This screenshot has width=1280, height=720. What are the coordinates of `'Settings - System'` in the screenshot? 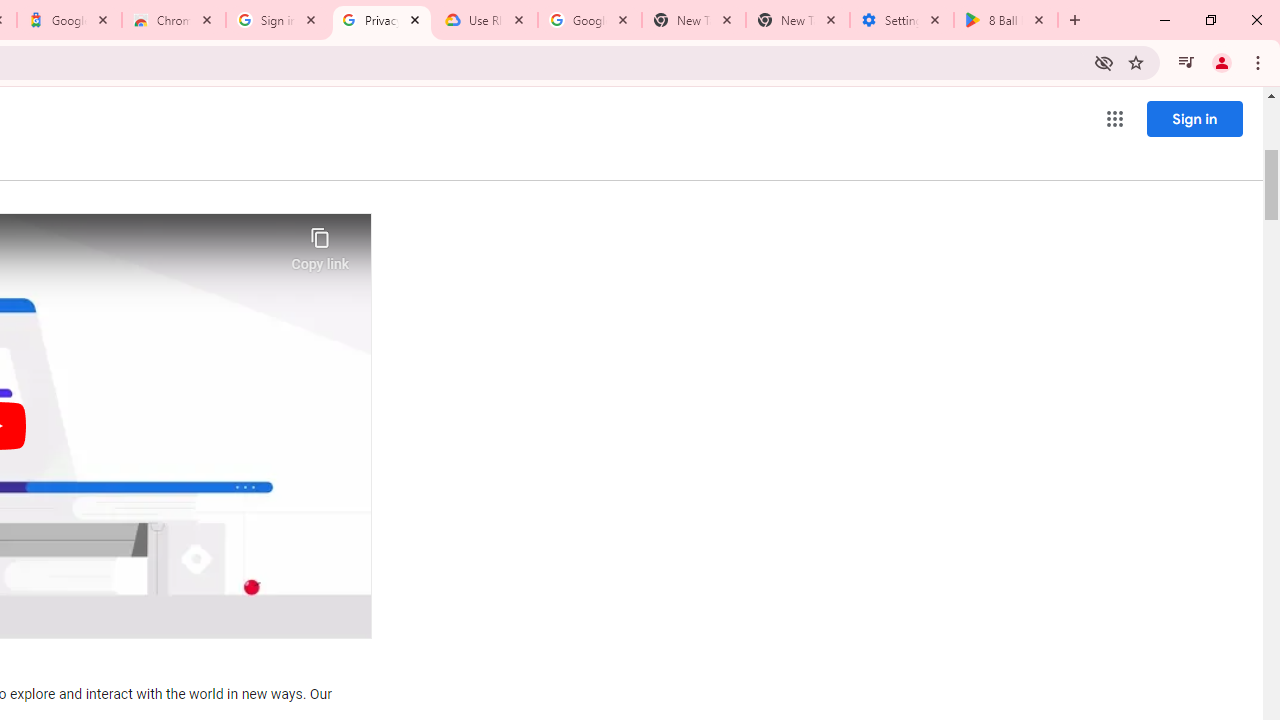 It's located at (900, 20).